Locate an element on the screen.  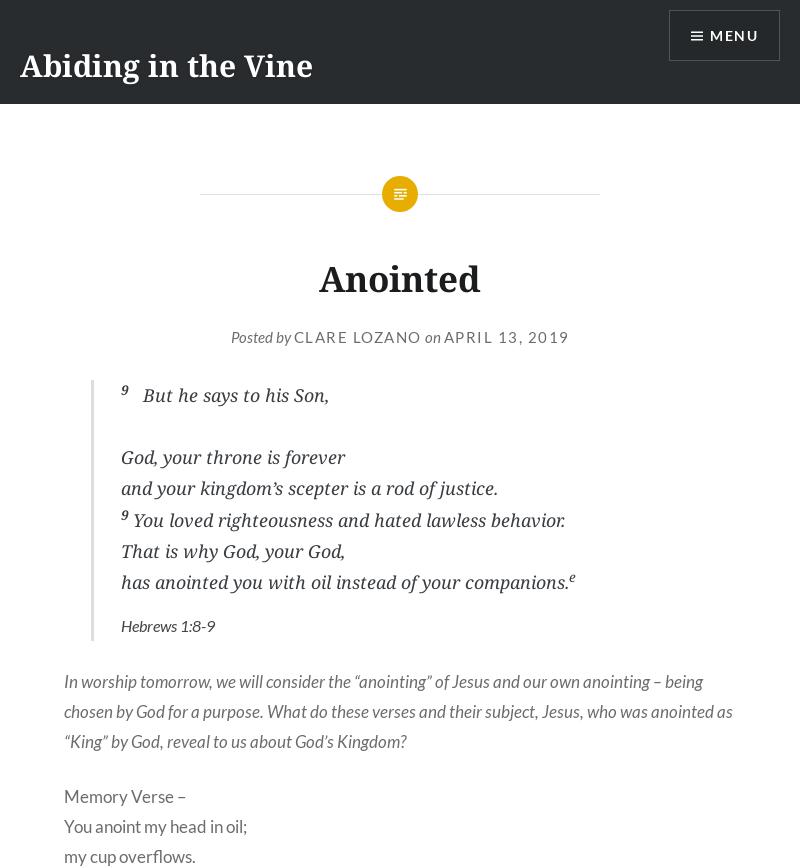
'has anointed you with oil instead of your companions.' is located at coordinates (344, 581).